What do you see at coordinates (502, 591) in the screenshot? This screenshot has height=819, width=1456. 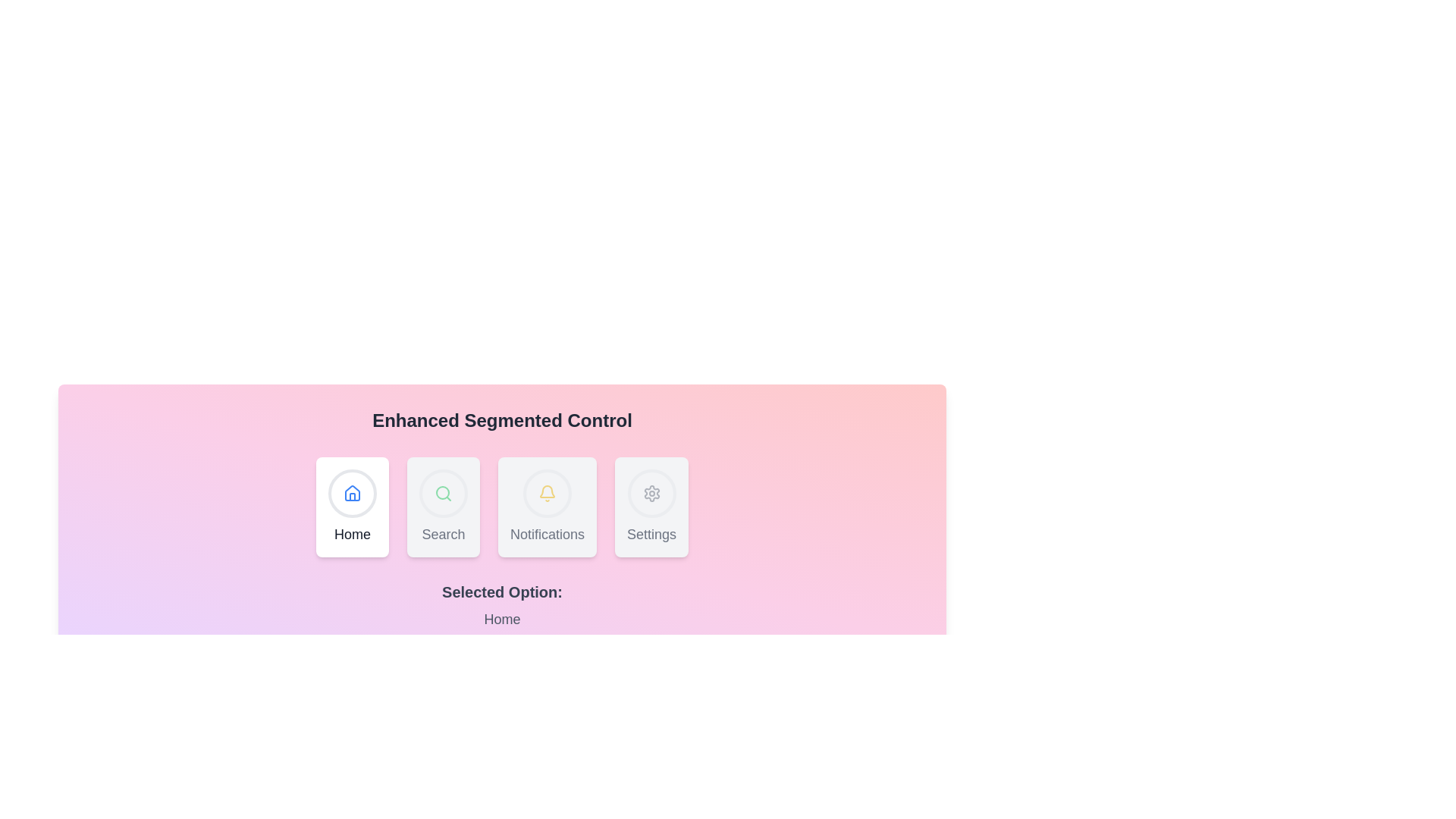 I see `the text label that indicates the active choice 'Home' in the segmented control, positioned directly below a row of selectable icons` at bounding box center [502, 591].